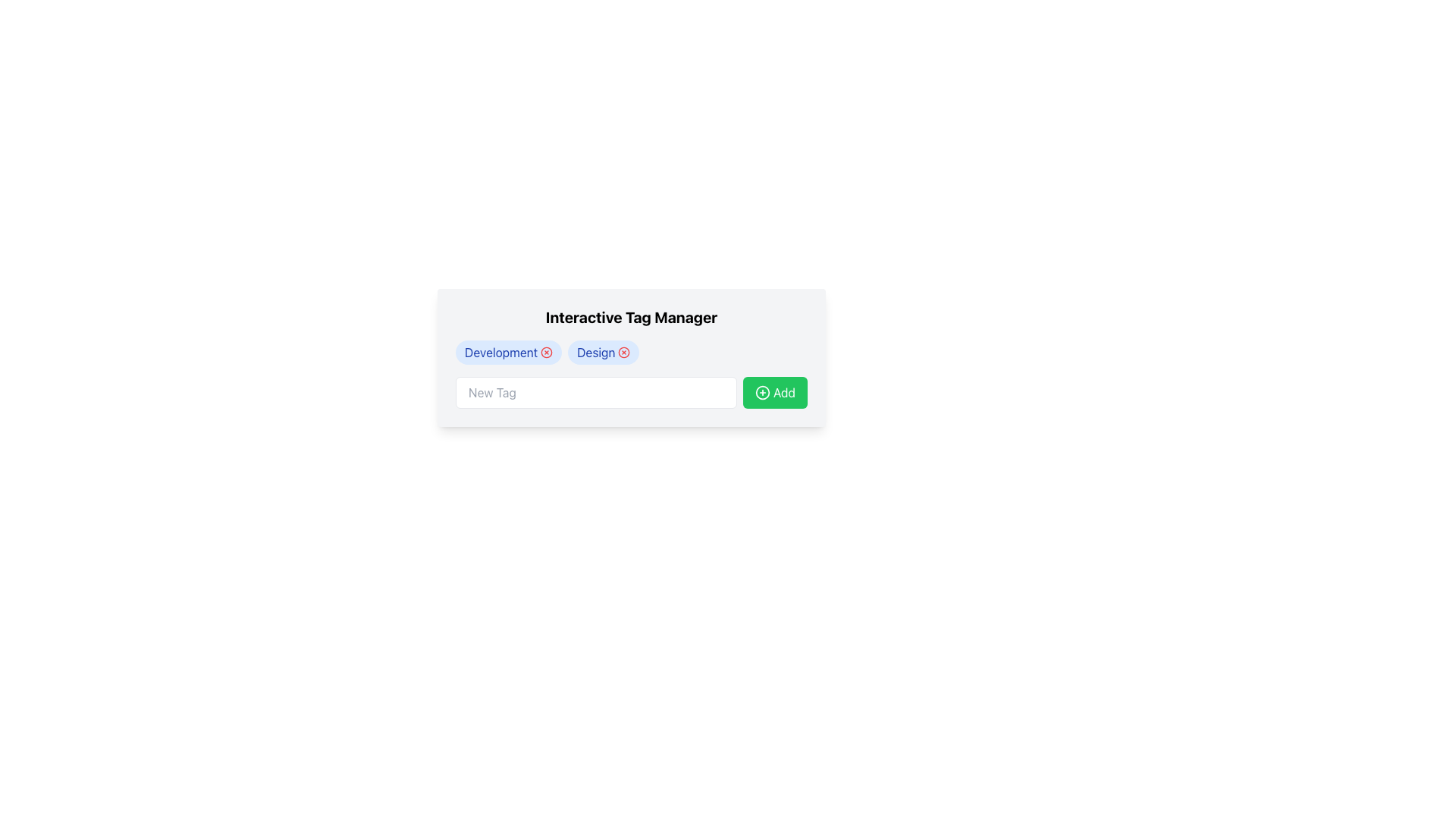  I want to click on the circular icon inside the red-bordered close button of the 'Design' tag, so click(624, 353).